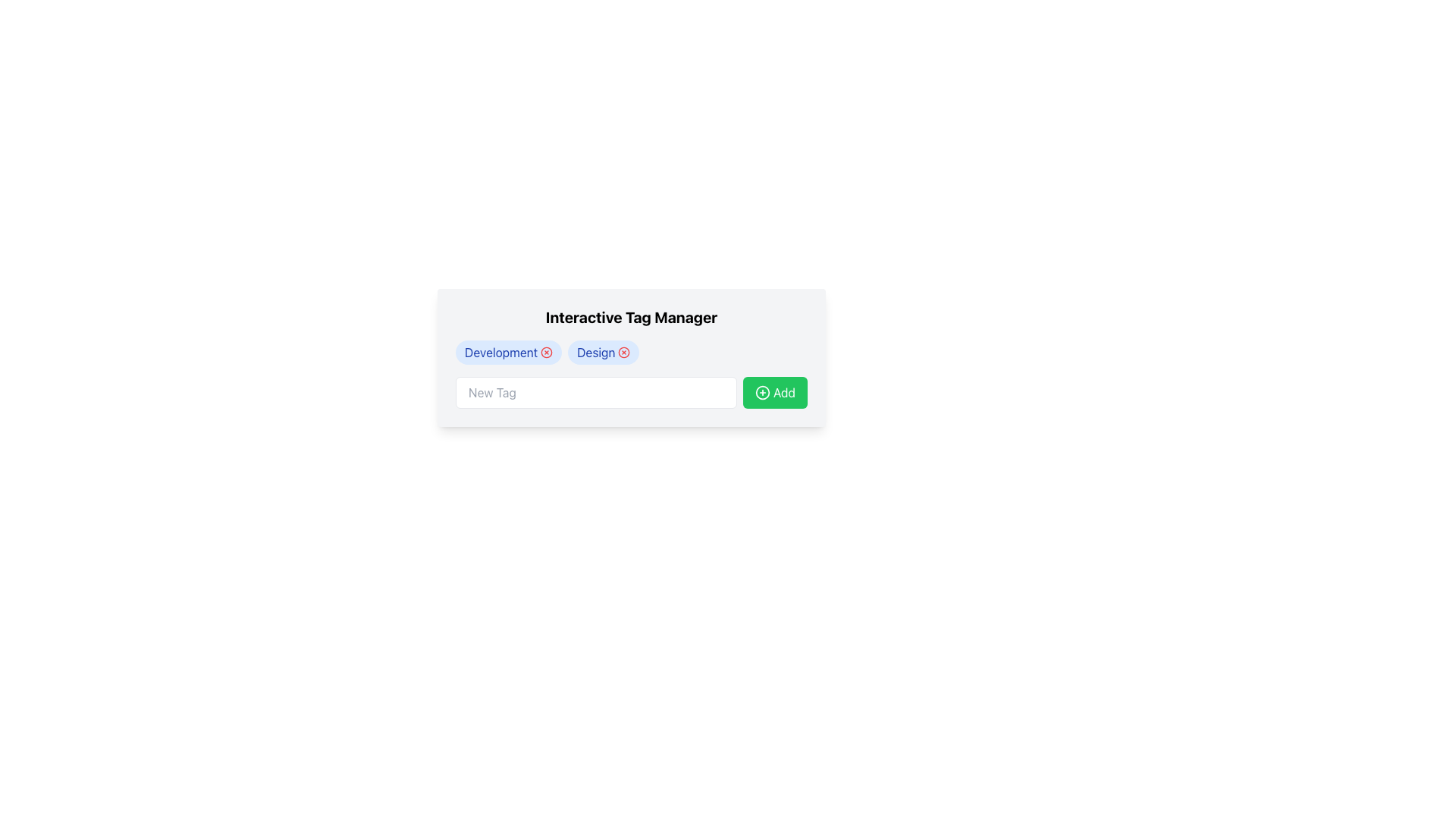  I want to click on the circular icon inside the red-bordered close button of the 'Design' tag, so click(624, 353).